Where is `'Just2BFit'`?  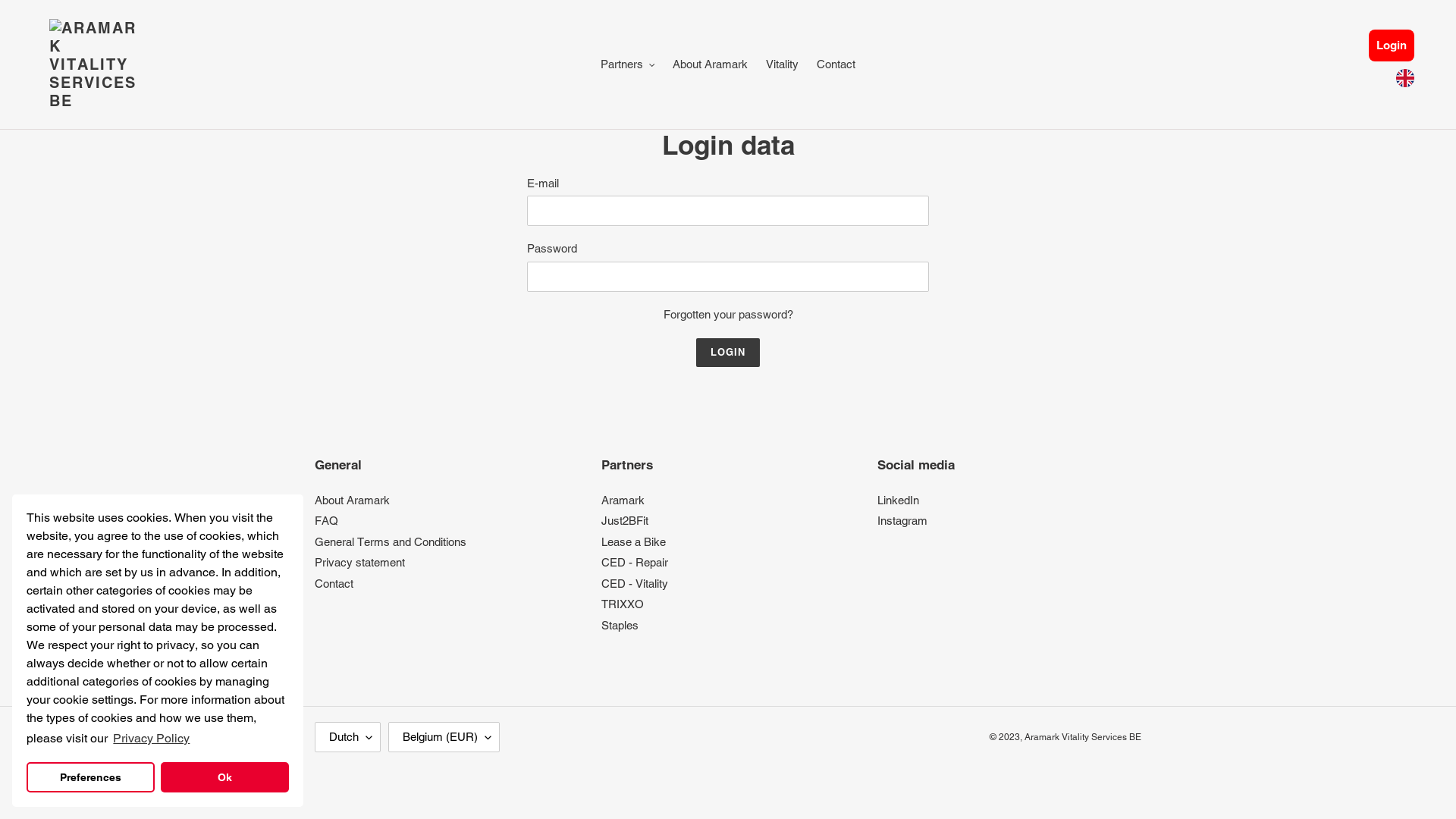 'Just2BFit' is located at coordinates (600, 519).